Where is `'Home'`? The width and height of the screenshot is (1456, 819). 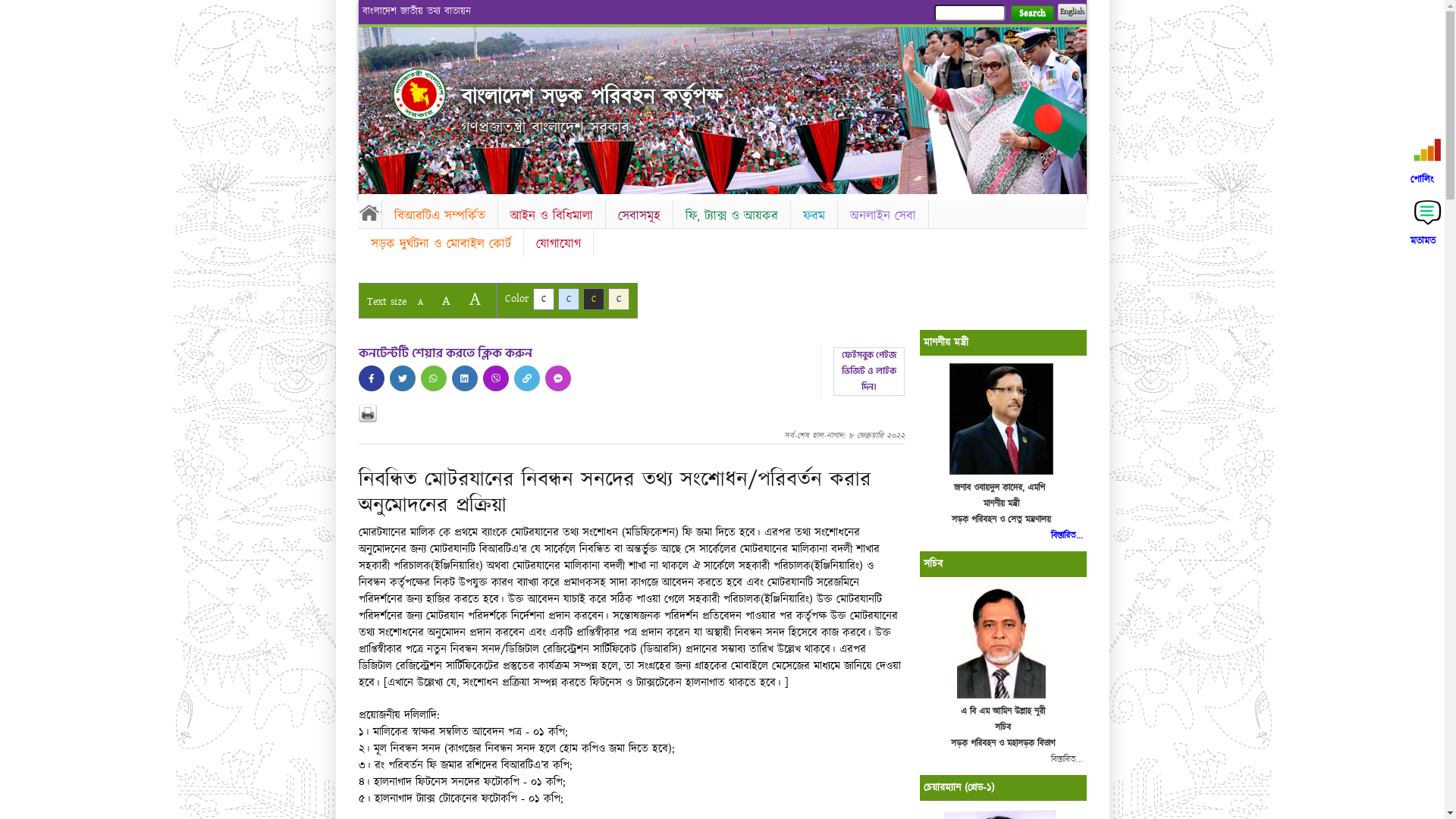 'Home' is located at coordinates (393, 93).